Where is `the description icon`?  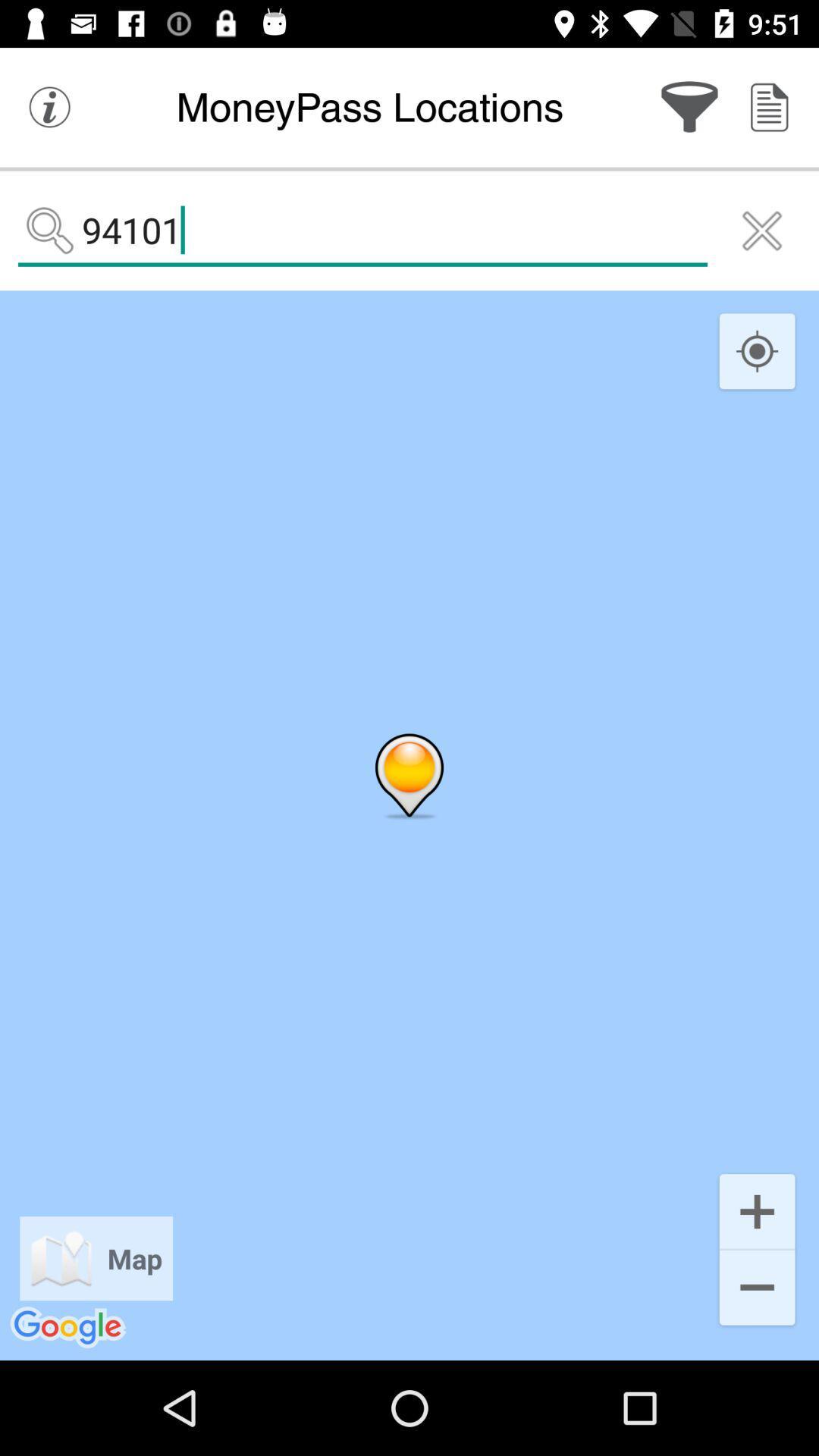 the description icon is located at coordinates (769, 106).